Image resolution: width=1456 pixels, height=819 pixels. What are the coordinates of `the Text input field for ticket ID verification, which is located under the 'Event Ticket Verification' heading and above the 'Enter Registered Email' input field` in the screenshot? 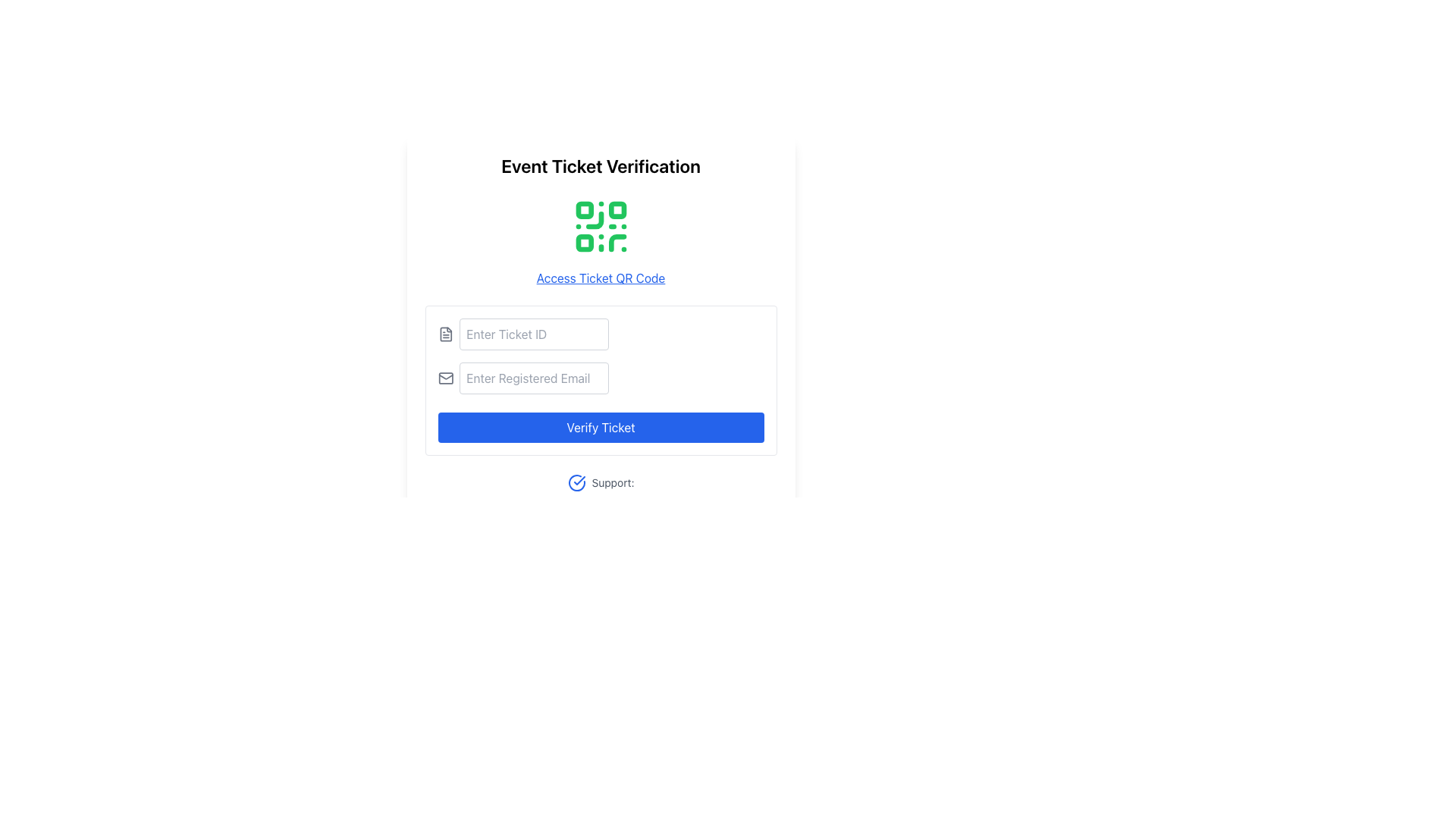 It's located at (523, 333).